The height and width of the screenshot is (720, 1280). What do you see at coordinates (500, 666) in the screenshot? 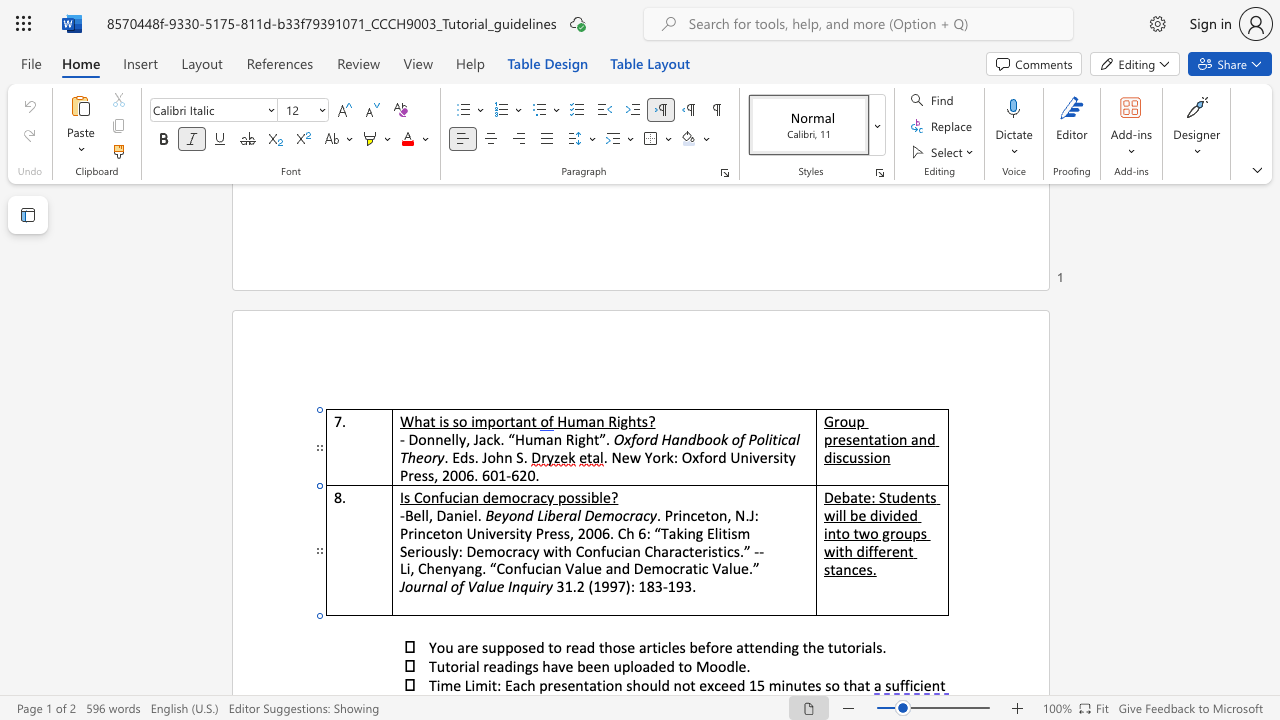
I see `the 2th character "a" in the text` at bounding box center [500, 666].